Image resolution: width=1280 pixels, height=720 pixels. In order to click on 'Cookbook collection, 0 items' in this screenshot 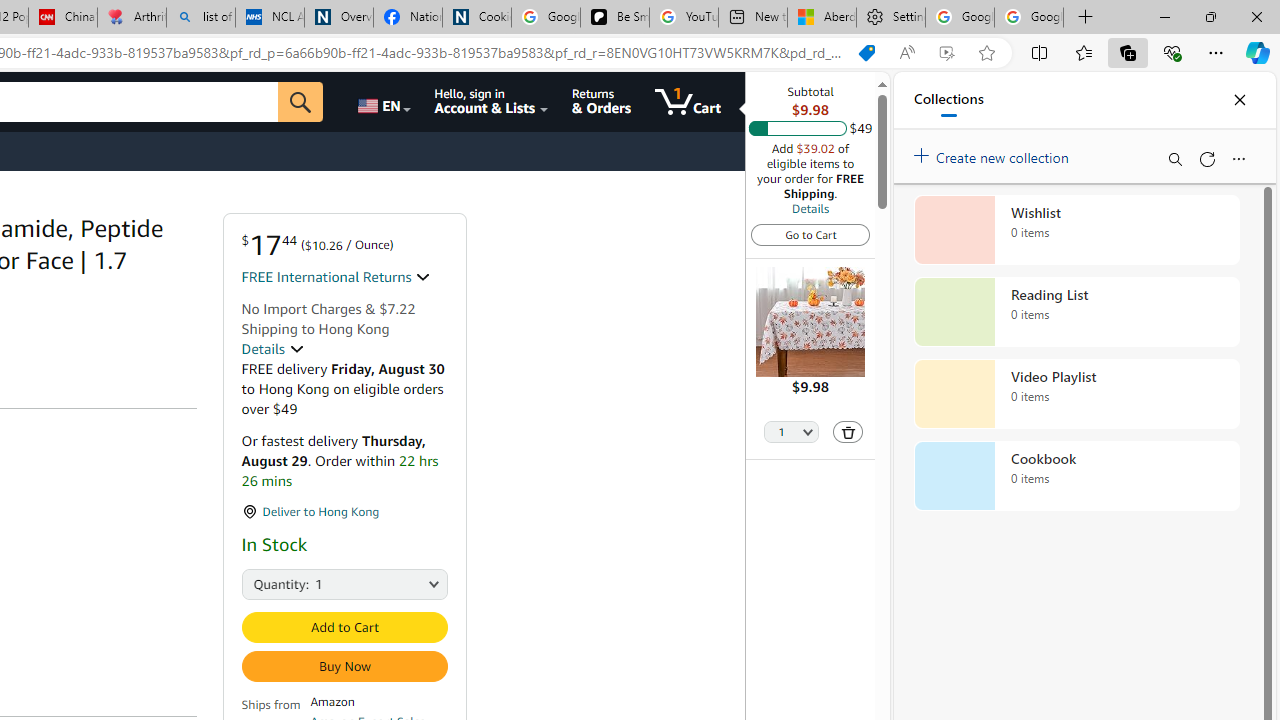, I will do `click(1076, 475)`.